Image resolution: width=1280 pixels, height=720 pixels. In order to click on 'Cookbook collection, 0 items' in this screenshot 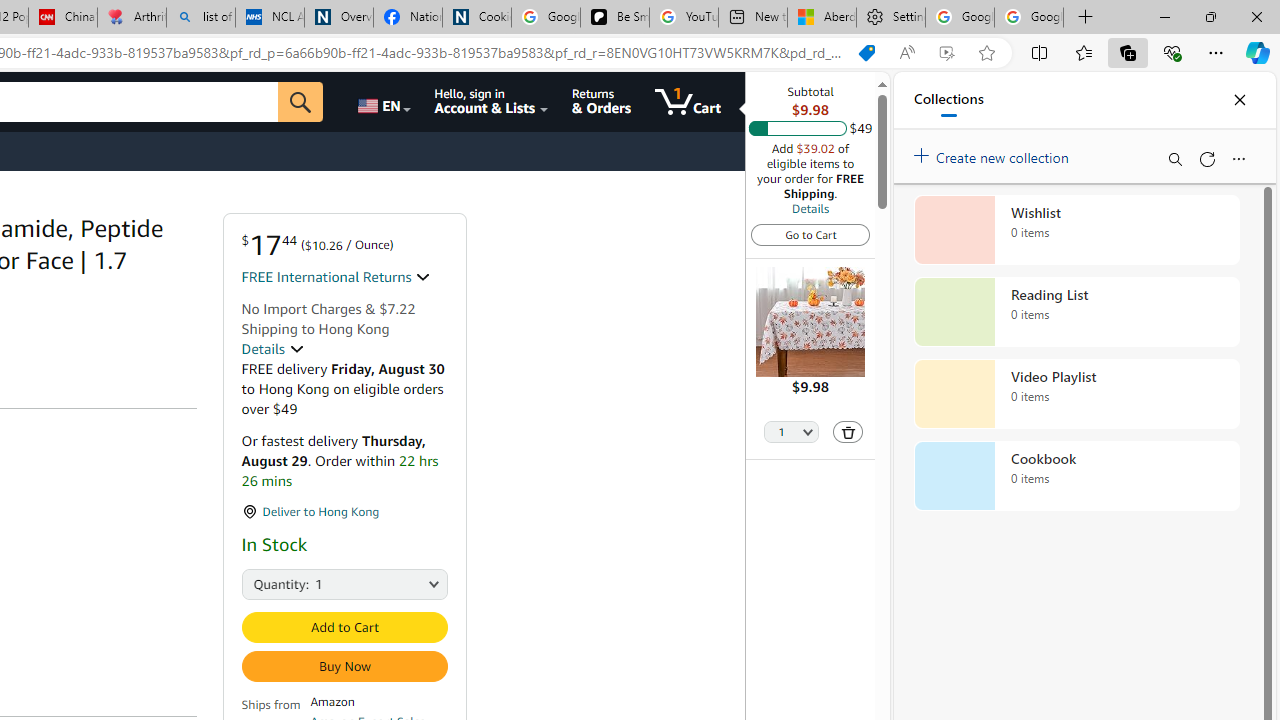, I will do `click(1076, 475)`.